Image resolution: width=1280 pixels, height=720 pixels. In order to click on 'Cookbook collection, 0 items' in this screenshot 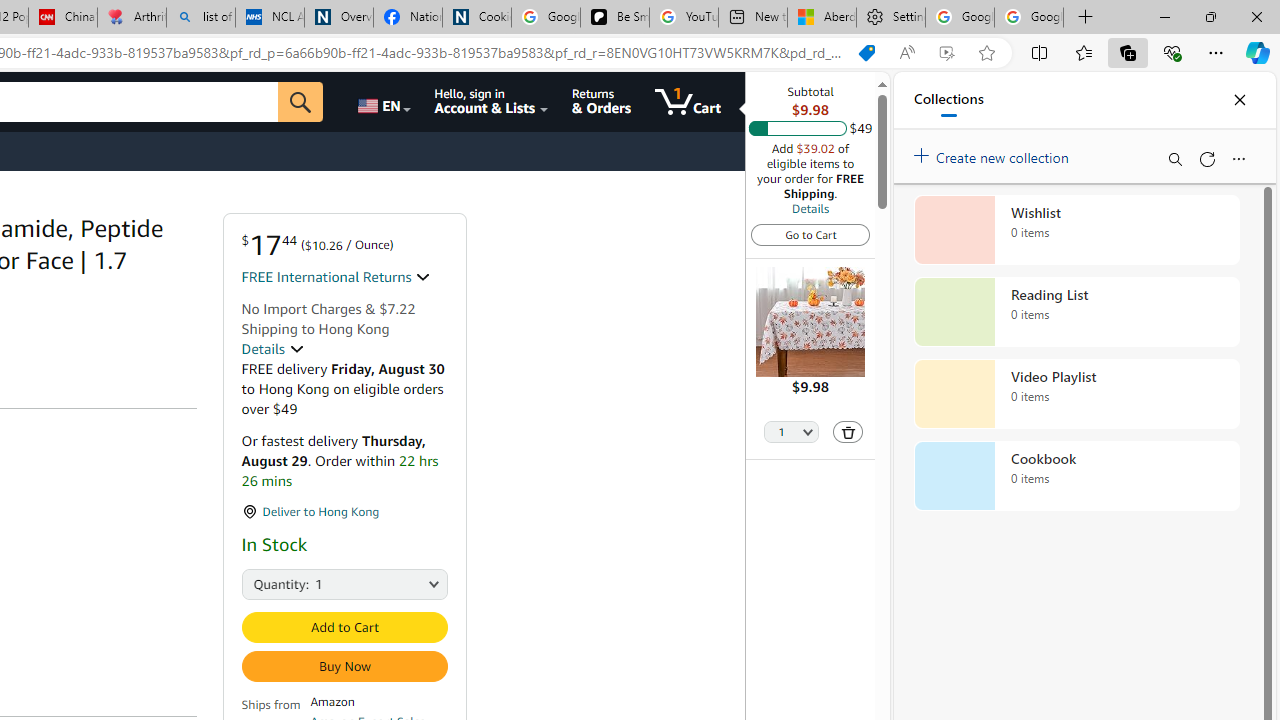, I will do `click(1076, 475)`.